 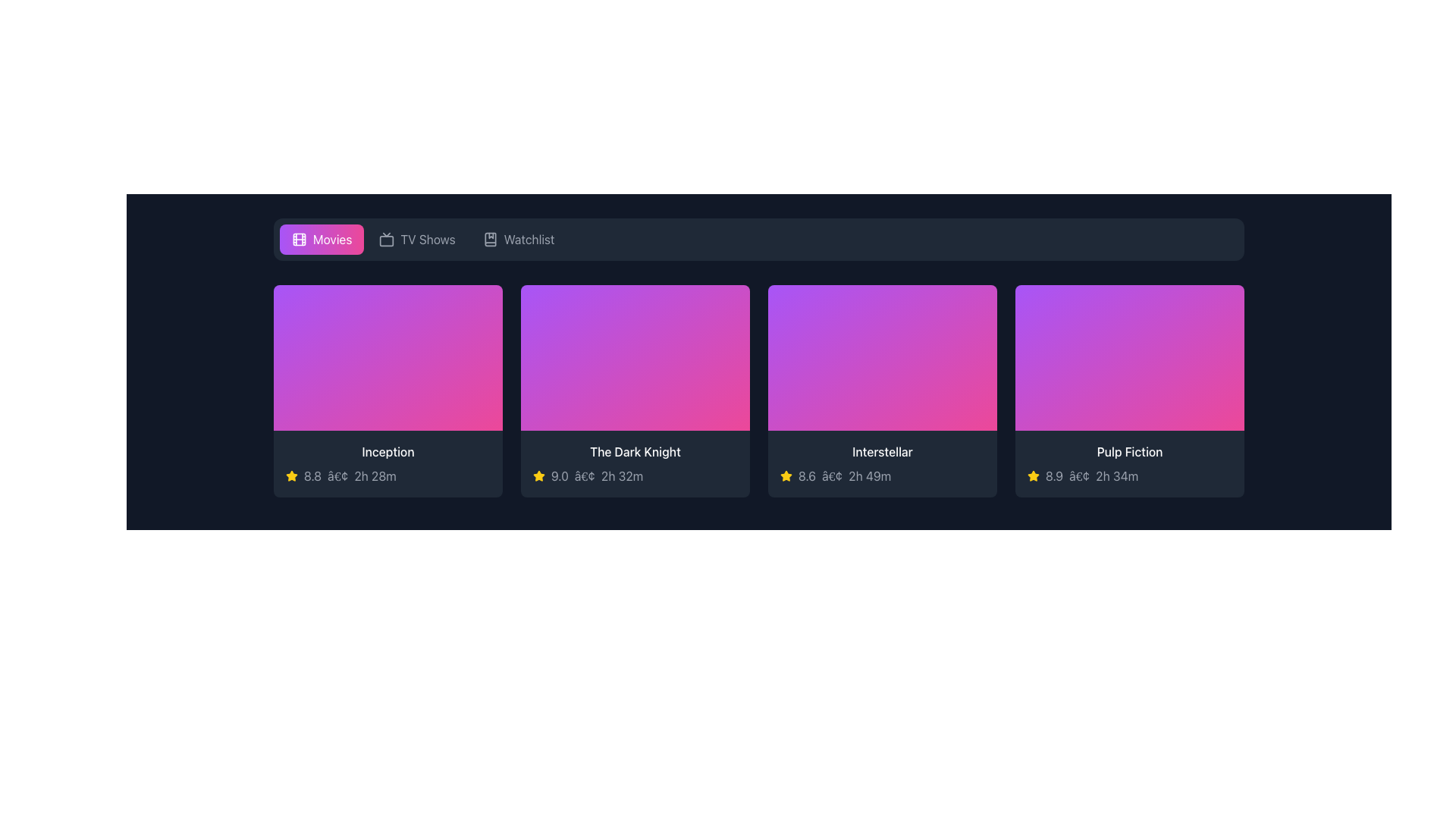 What do you see at coordinates (882, 463) in the screenshot?
I see `textual information block containing the title, star rating, and duration of the movie 'Interstellar', located at the bottom of the movie card` at bounding box center [882, 463].